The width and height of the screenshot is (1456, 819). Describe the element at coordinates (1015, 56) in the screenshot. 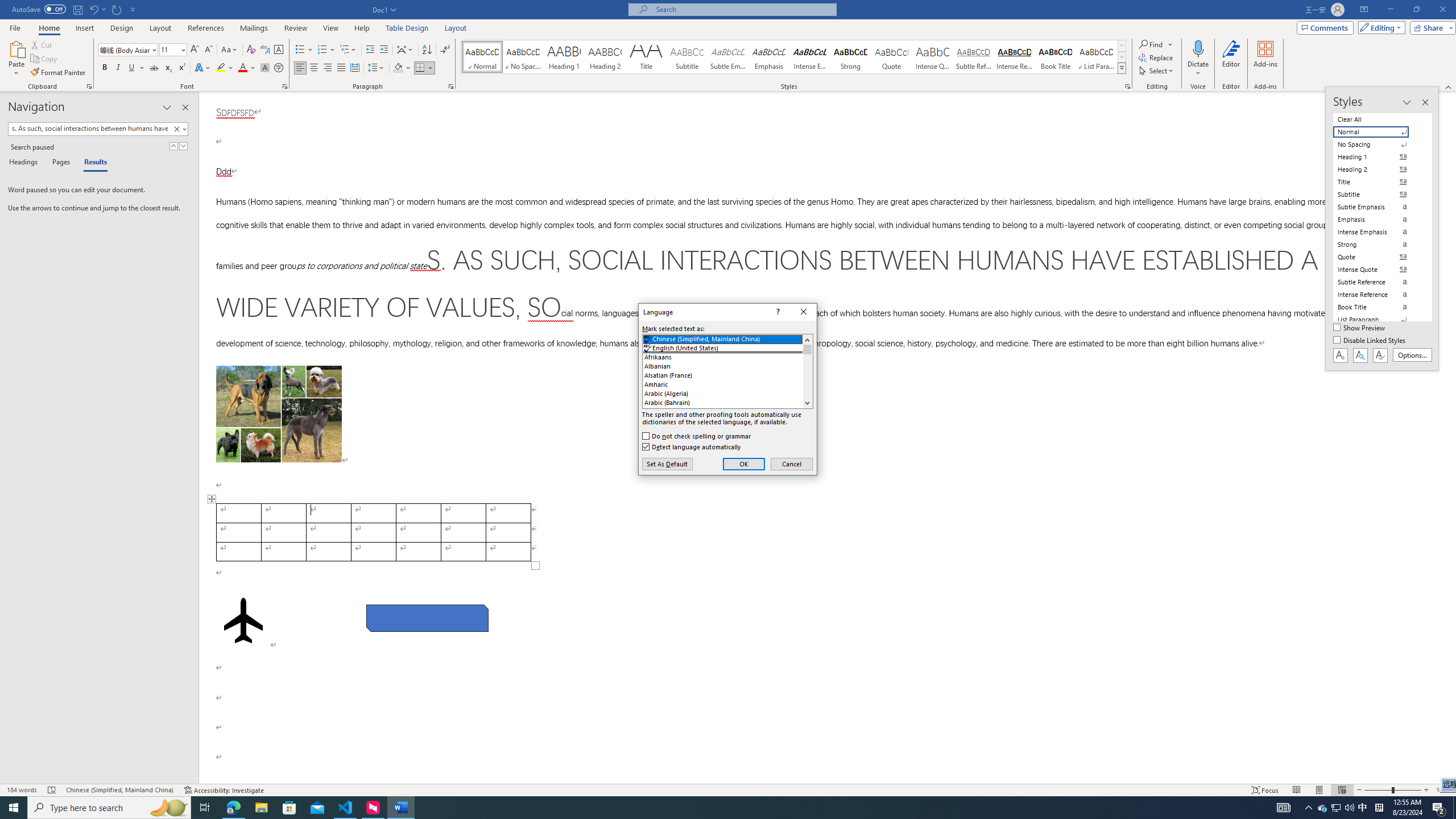

I see `'Intense Reference'` at that location.